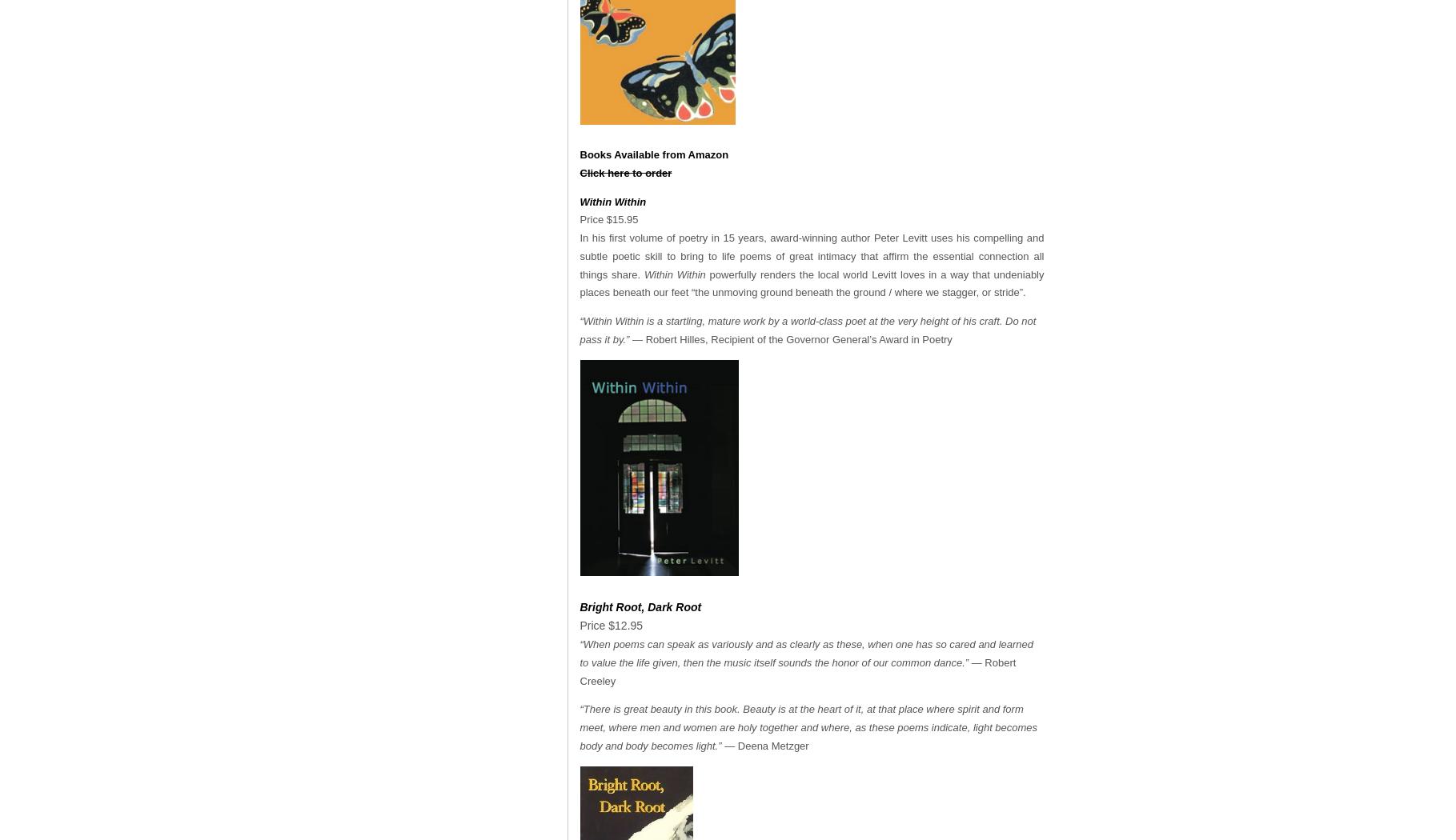 This screenshot has width=1456, height=840. I want to click on 'Price $15.95', so click(608, 218).